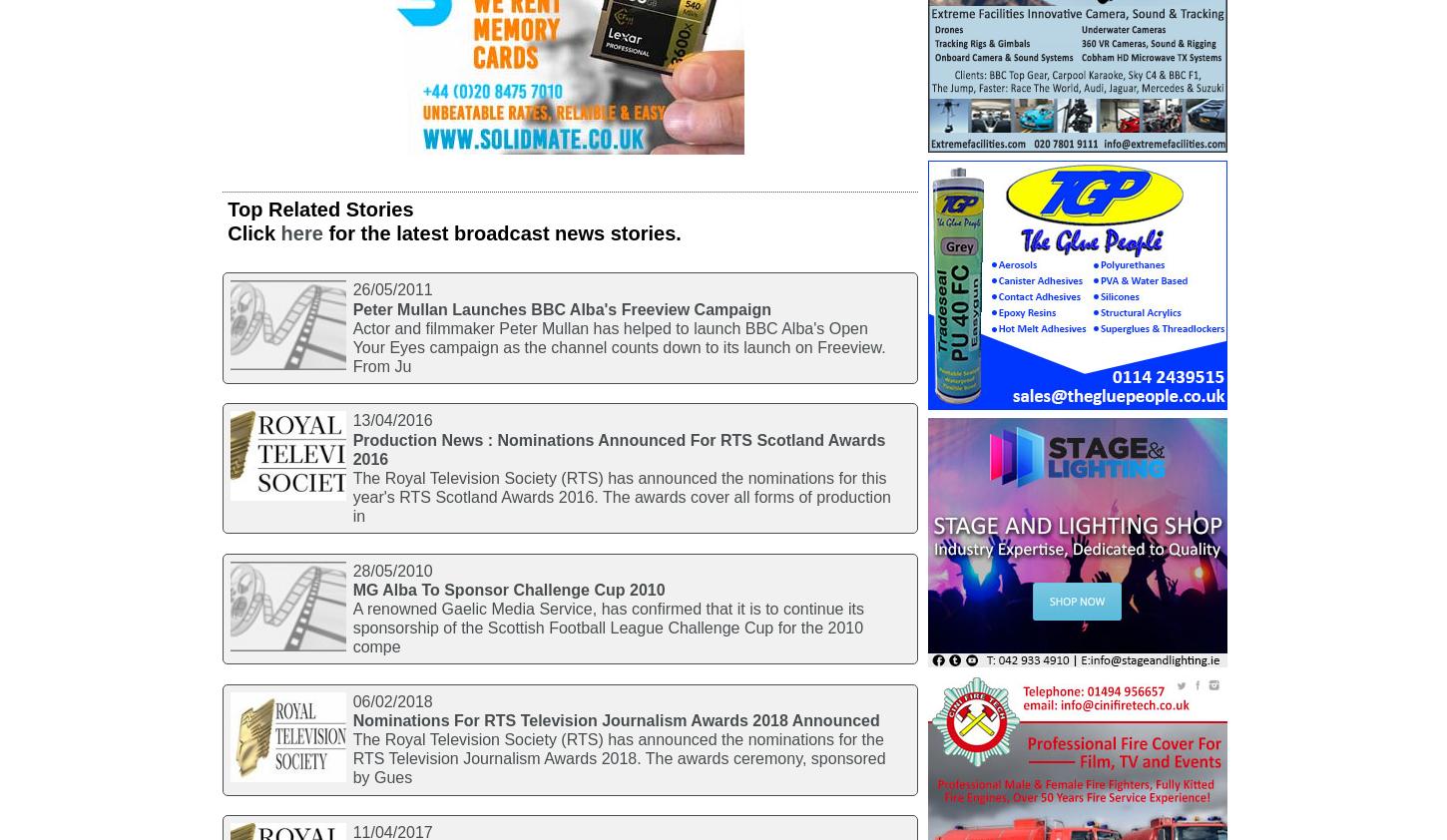  Describe the element at coordinates (390, 420) in the screenshot. I see `'13/04/2016'` at that location.